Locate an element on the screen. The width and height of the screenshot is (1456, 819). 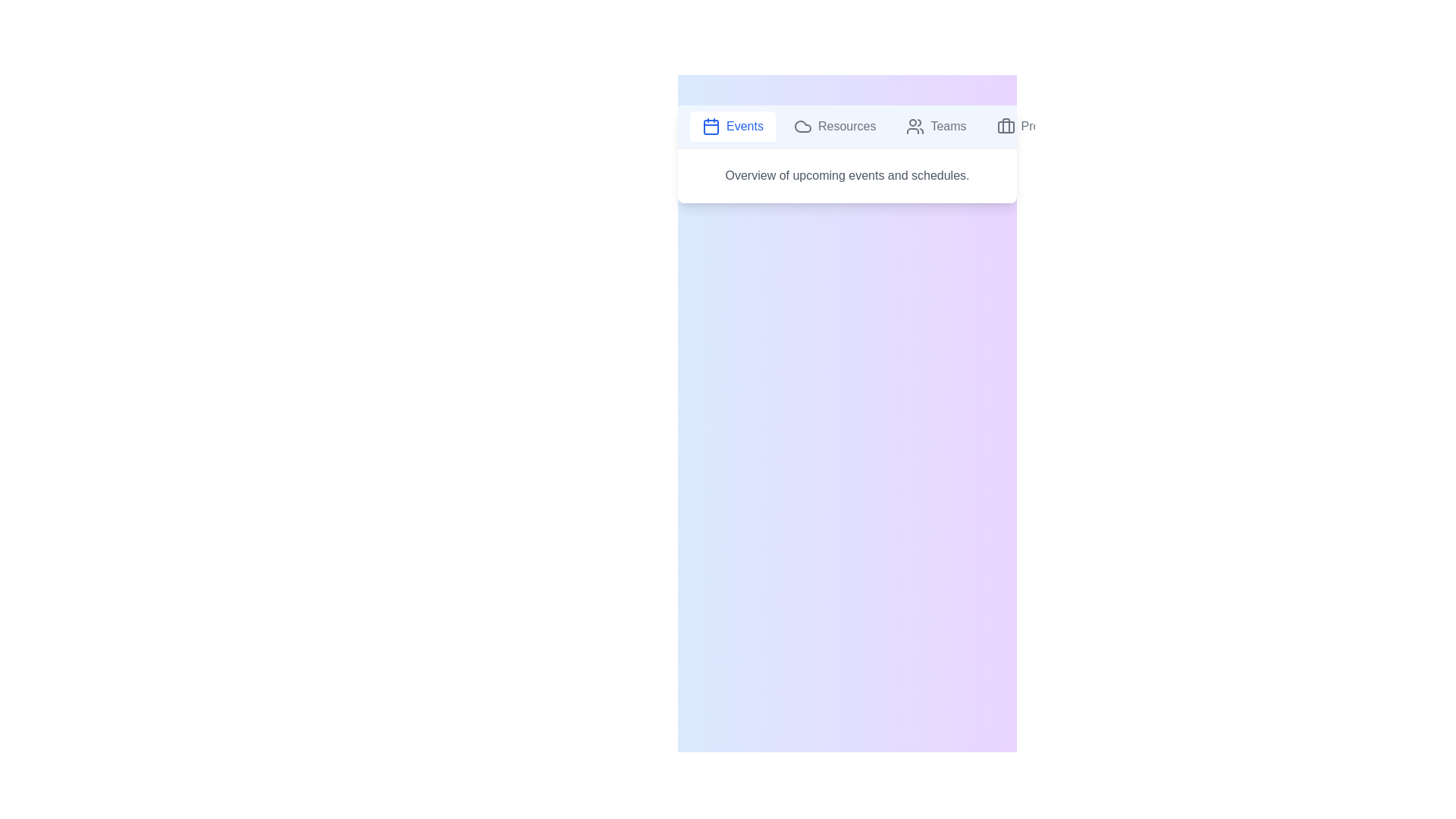
the icon of the tab labeled Events is located at coordinates (710, 125).